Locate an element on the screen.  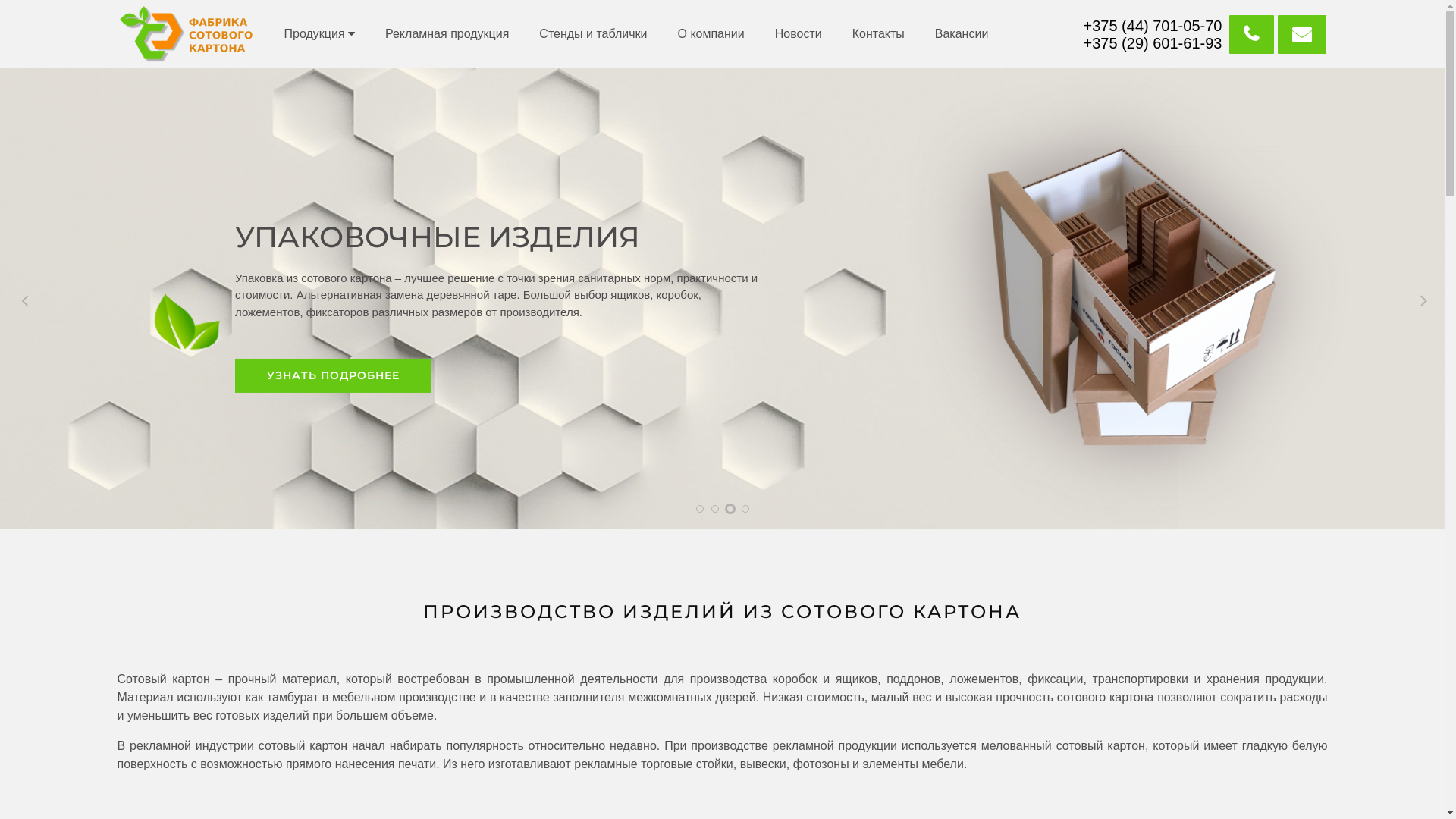
'1' is located at coordinates (698, 509).